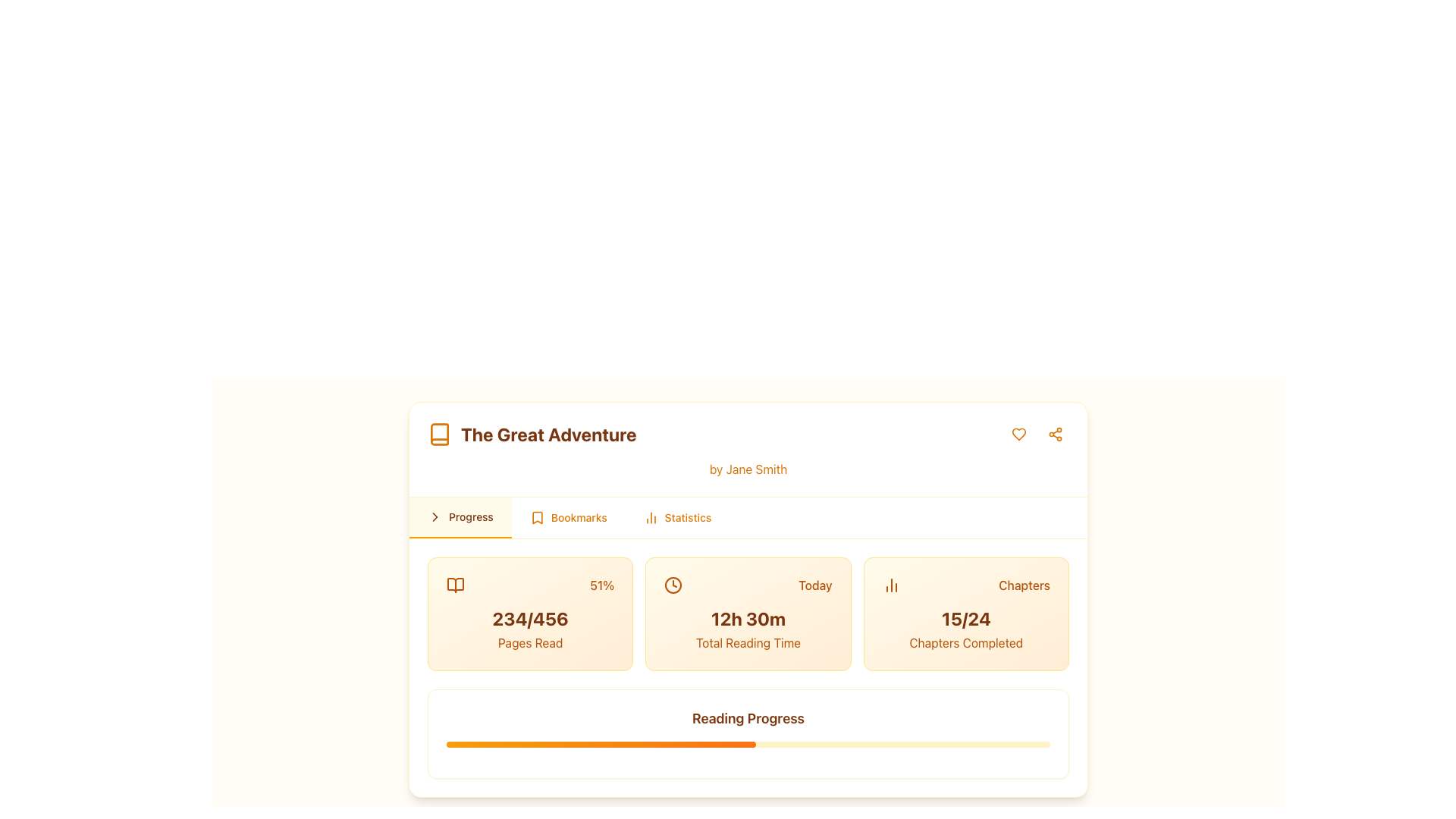 The height and width of the screenshot is (819, 1456). I want to click on the 'Bookmarks' icon, which is the second tab from the left in the navigation bar located at the upper section of the page, next to the 'Progress' tab, so click(537, 516).